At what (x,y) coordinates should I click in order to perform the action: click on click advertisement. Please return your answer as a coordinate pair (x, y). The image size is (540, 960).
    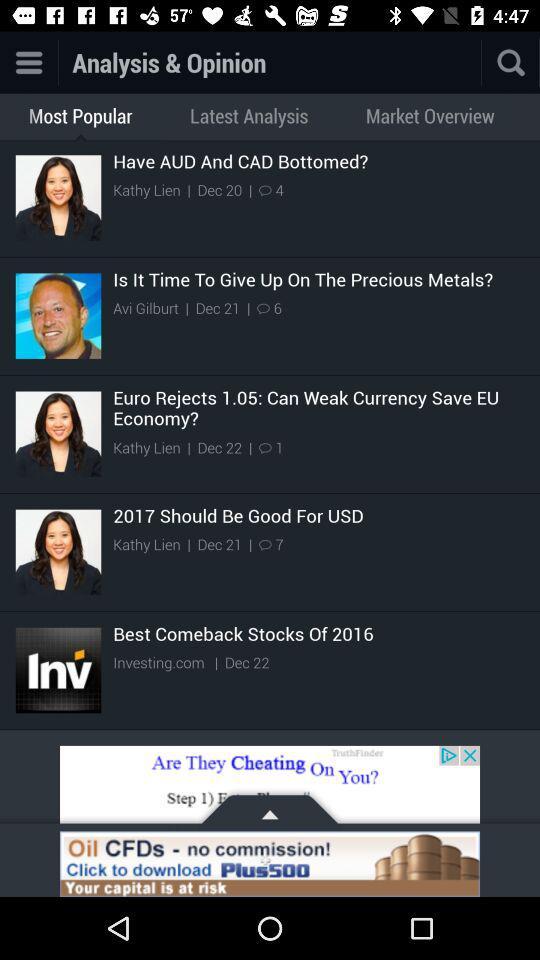
    Looking at the image, I should click on (270, 863).